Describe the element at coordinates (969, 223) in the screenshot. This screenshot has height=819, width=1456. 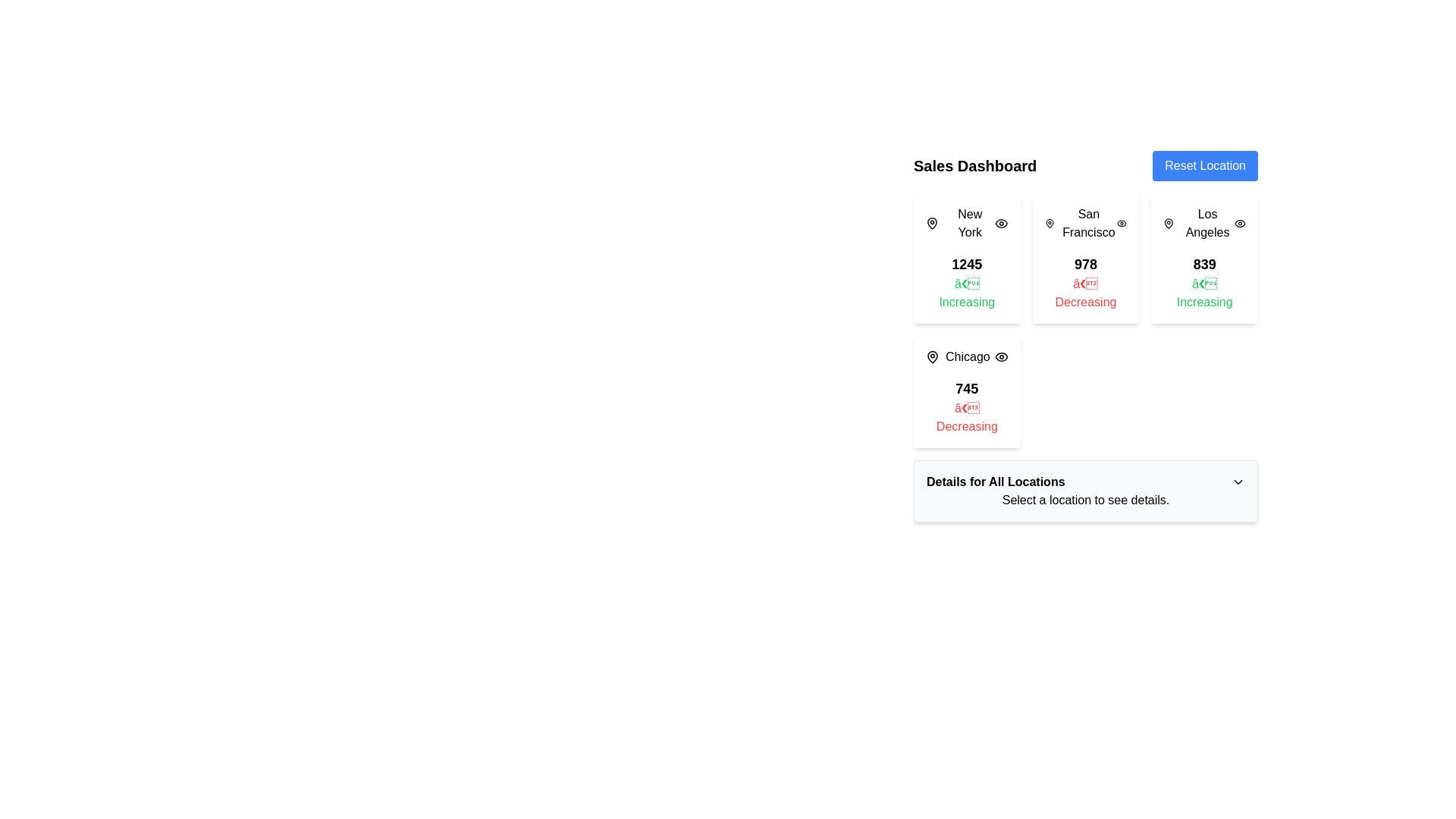
I see `the 'New York' text label element which is displayed in bold within the leftmost card component, positioned above the numeric value '1245' and the status 'Increasing'` at that location.